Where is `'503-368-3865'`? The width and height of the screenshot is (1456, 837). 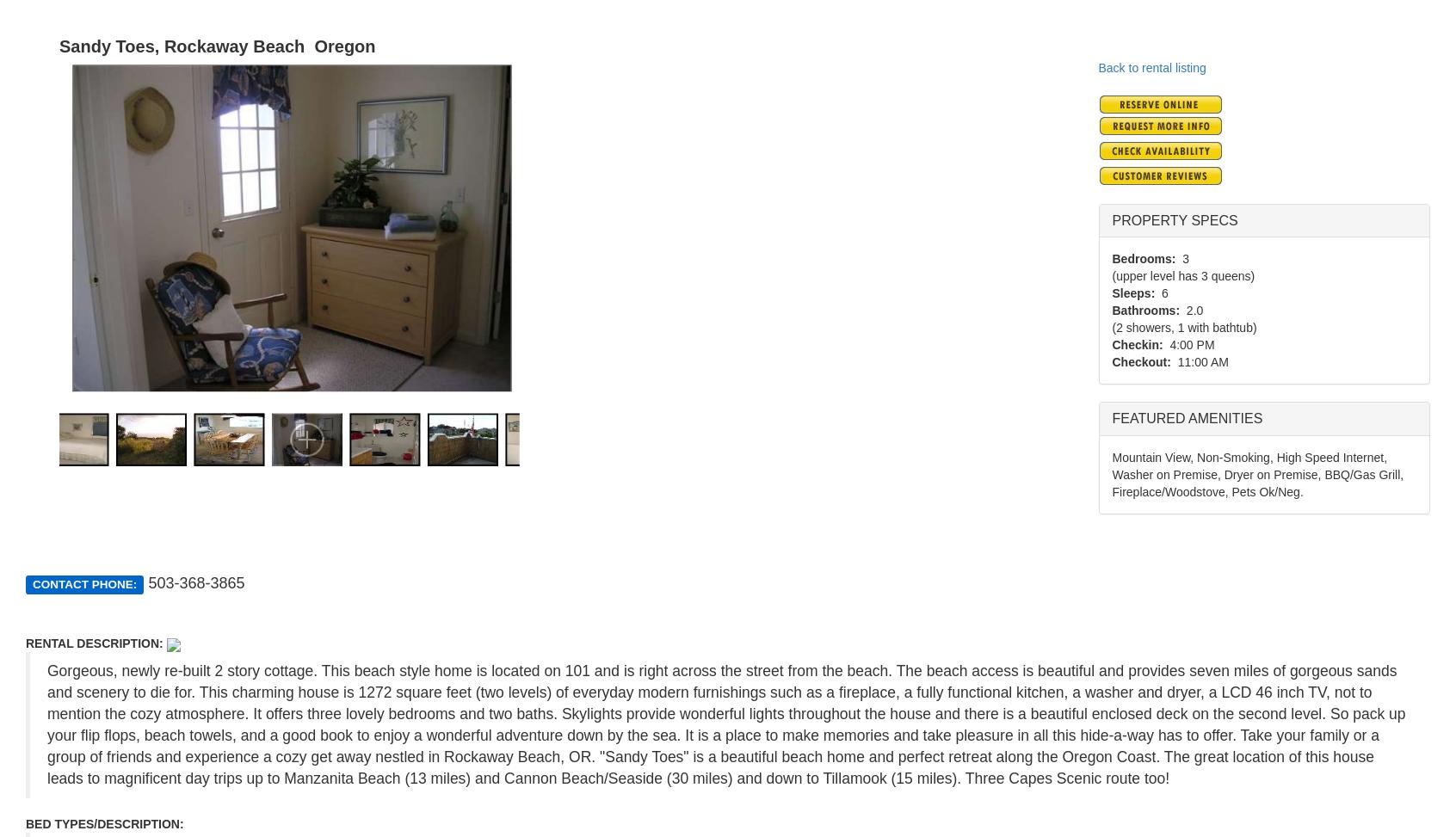 '503-368-3865' is located at coordinates (143, 582).